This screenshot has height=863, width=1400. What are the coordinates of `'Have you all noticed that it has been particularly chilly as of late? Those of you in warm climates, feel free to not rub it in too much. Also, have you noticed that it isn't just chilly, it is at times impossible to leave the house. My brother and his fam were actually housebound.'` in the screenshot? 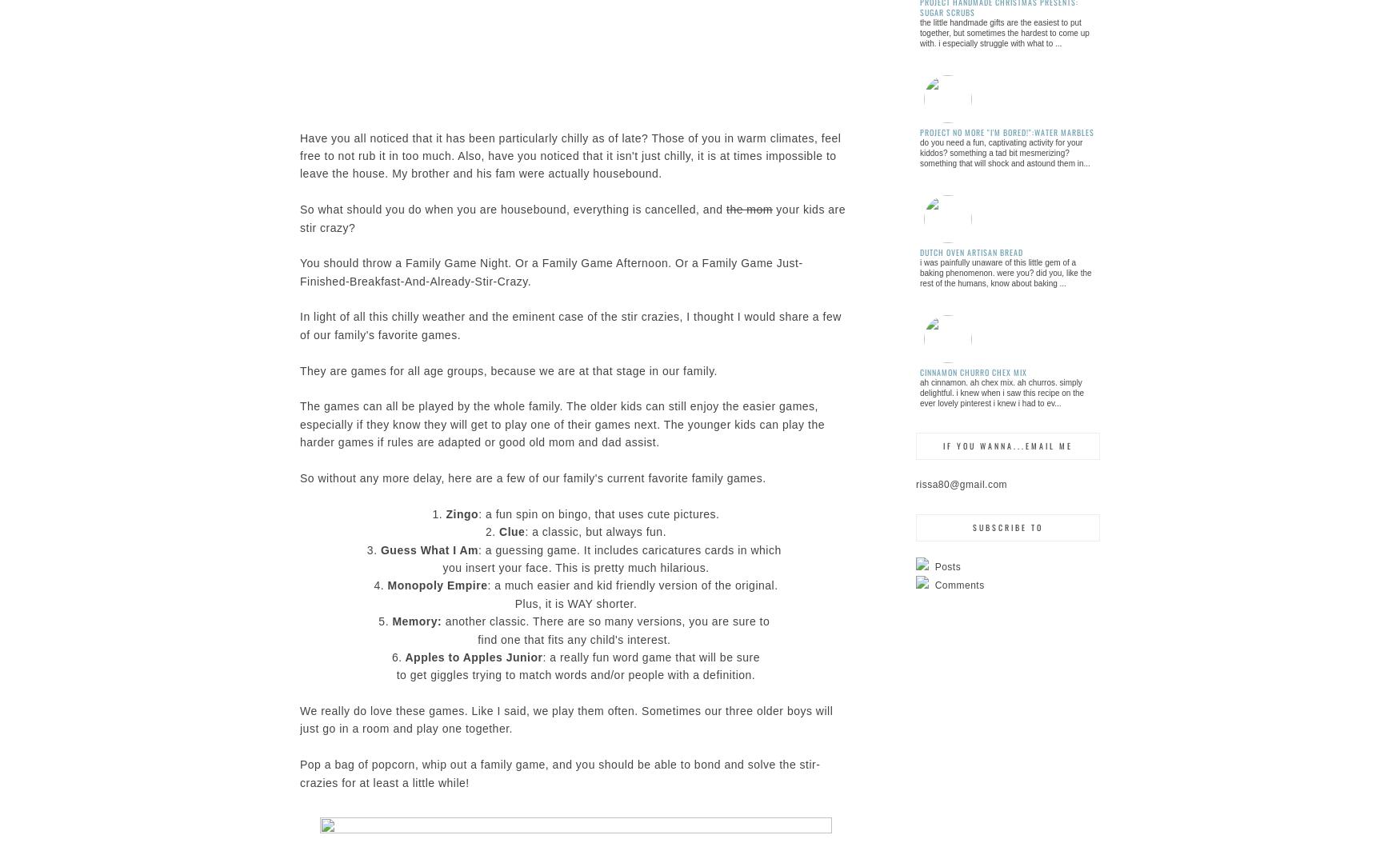 It's located at (570, 155).